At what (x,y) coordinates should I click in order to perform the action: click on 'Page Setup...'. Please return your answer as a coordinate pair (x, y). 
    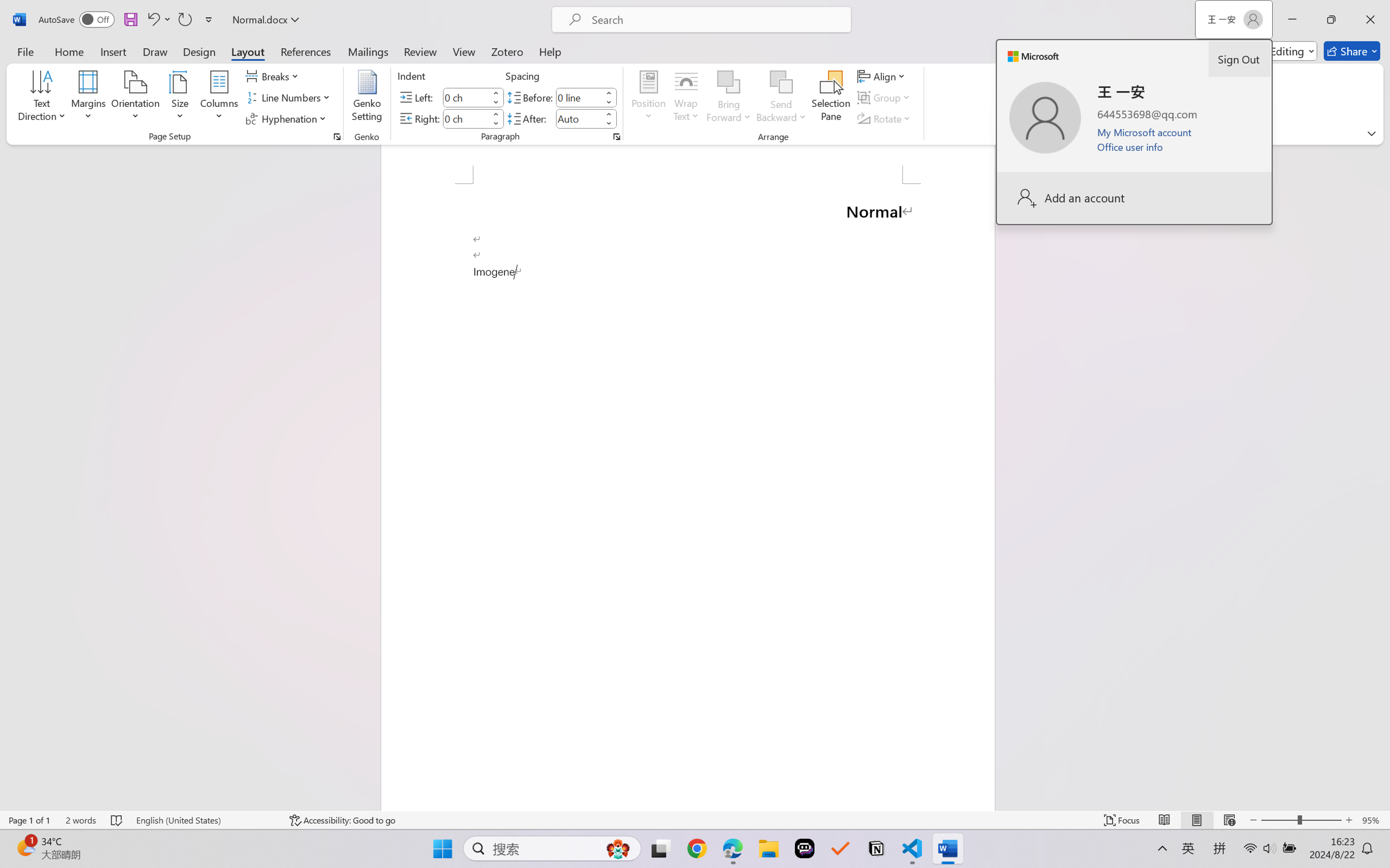
    Looking at the image, I should click on (336, 136).